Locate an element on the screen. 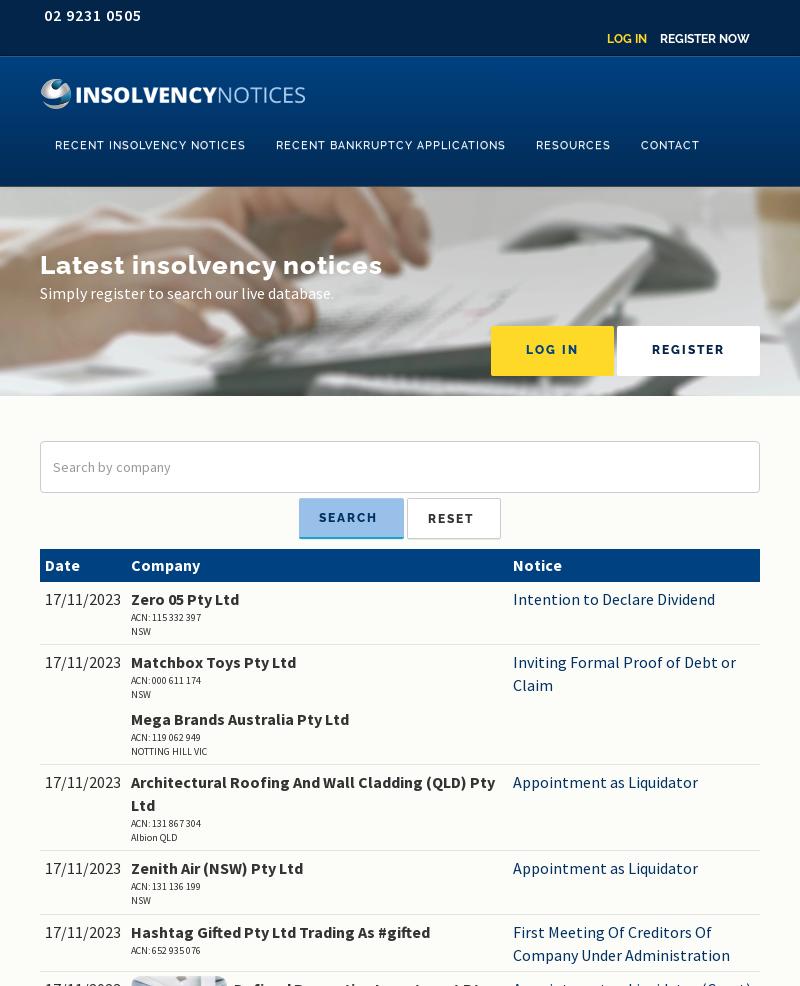  'Company' is located at coordinates (165, 563).